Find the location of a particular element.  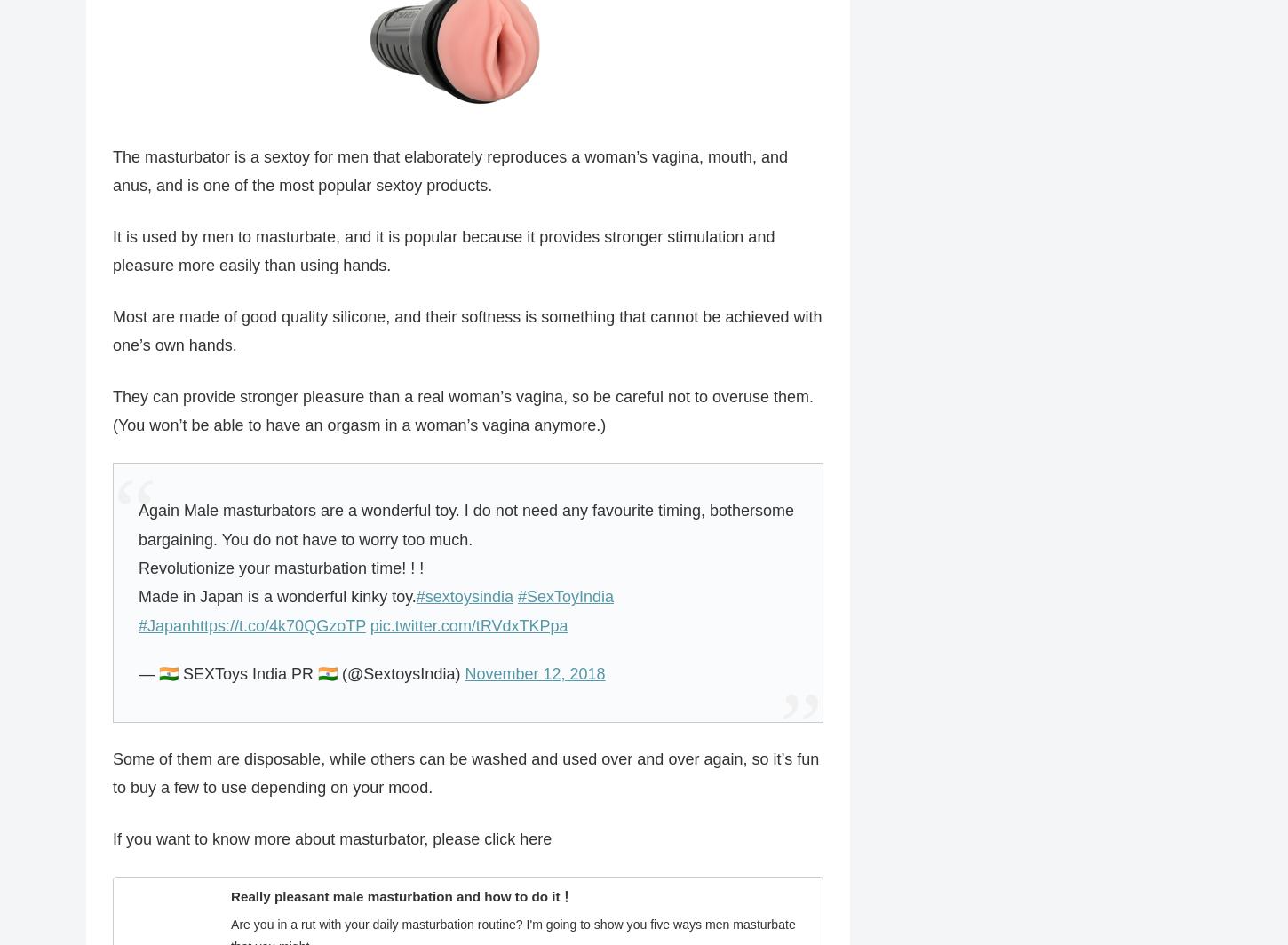

'Most are made of good quality silicone, and their softness is something that cannot be achieved with one’s own hands.' is located at coordinates (467, 331).